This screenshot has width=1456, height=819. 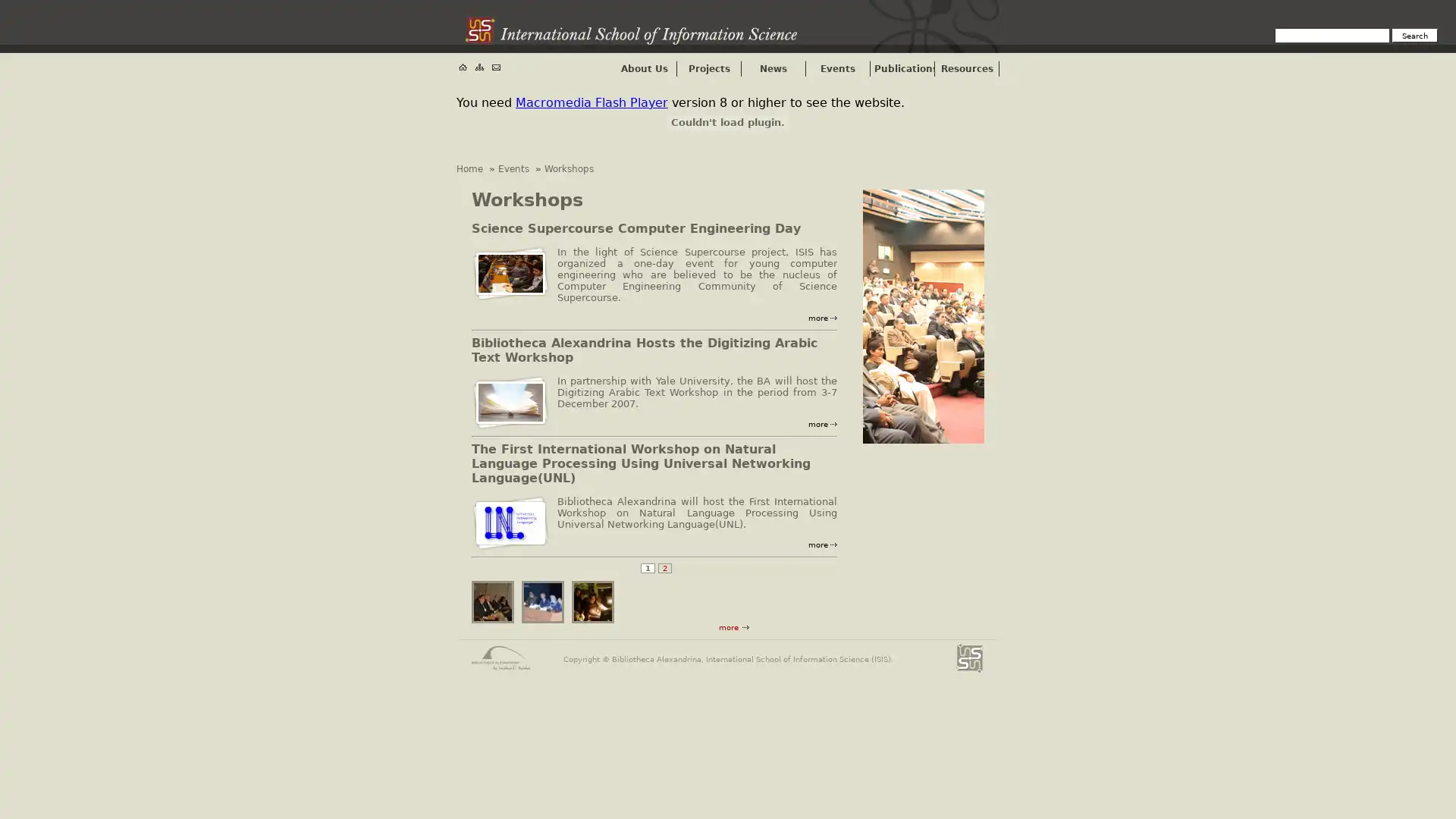 I want to click on Search, so click(x=1414, y=34).